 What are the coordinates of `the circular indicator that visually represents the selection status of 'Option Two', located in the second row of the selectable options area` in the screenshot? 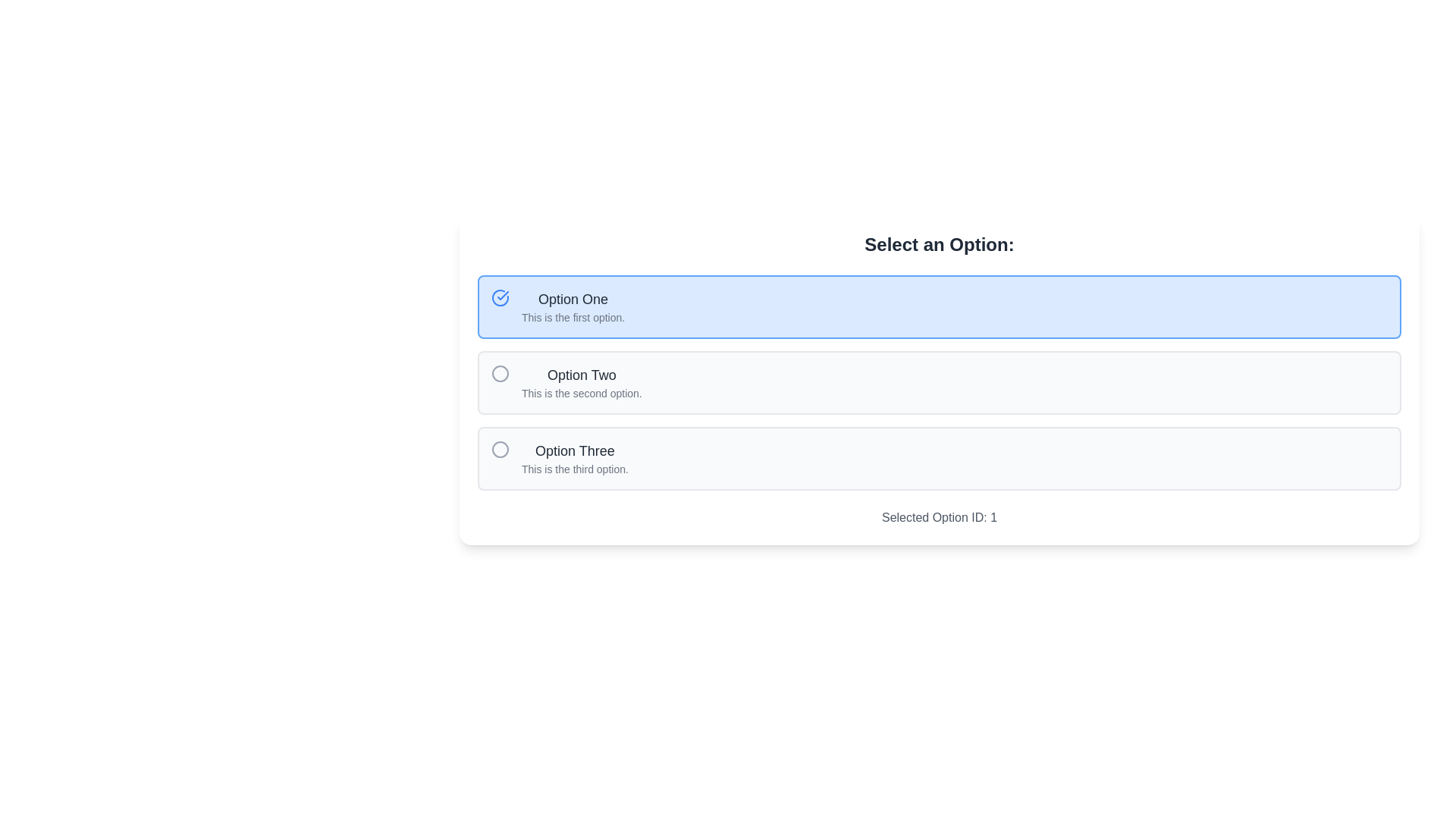 It's located at (500, 374).